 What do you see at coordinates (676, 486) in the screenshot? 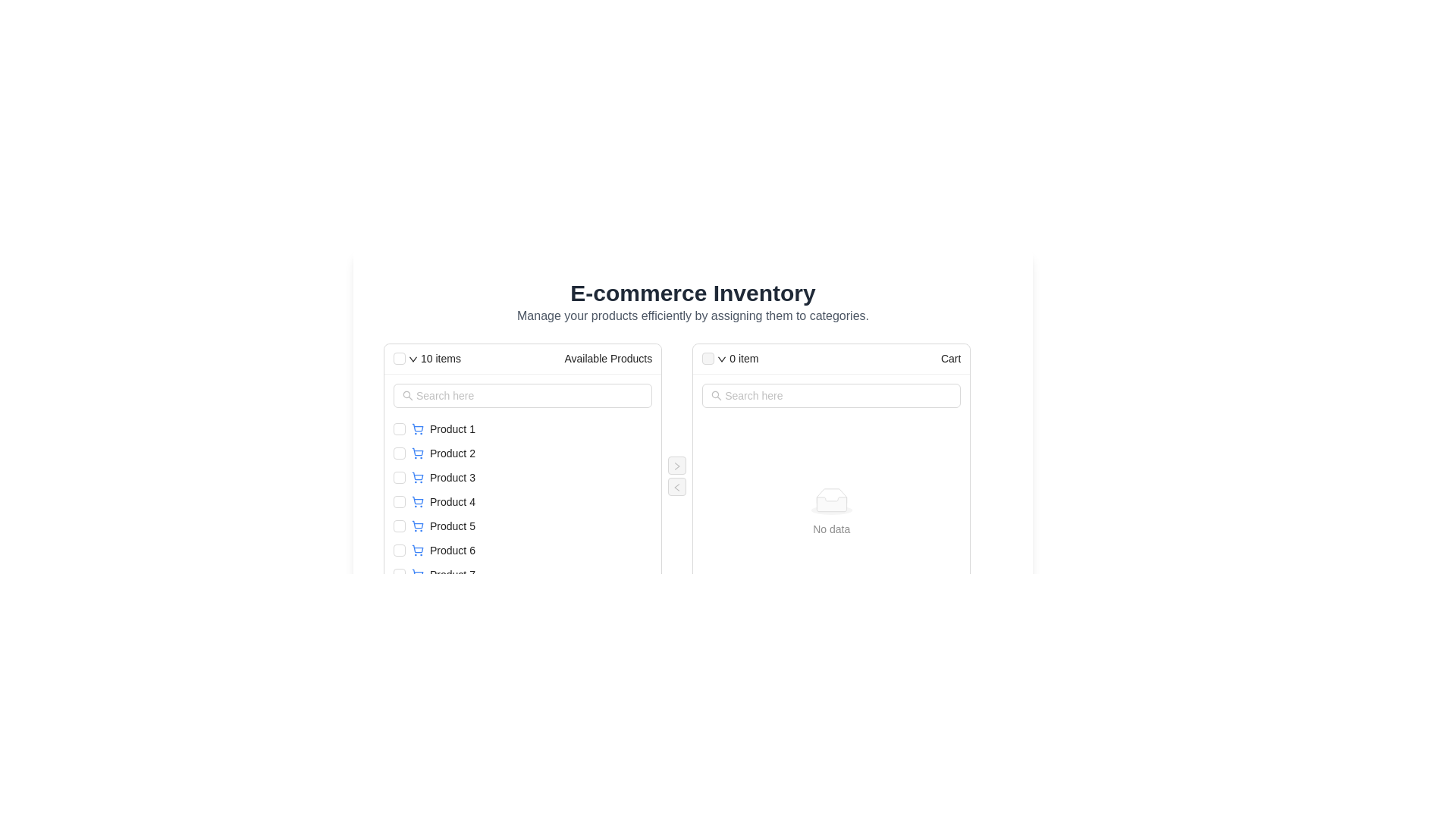
I see `the transfer button located below the right arrow button to transfer items from the Cart back to the Available Products list` at bounding box center [676, 486].